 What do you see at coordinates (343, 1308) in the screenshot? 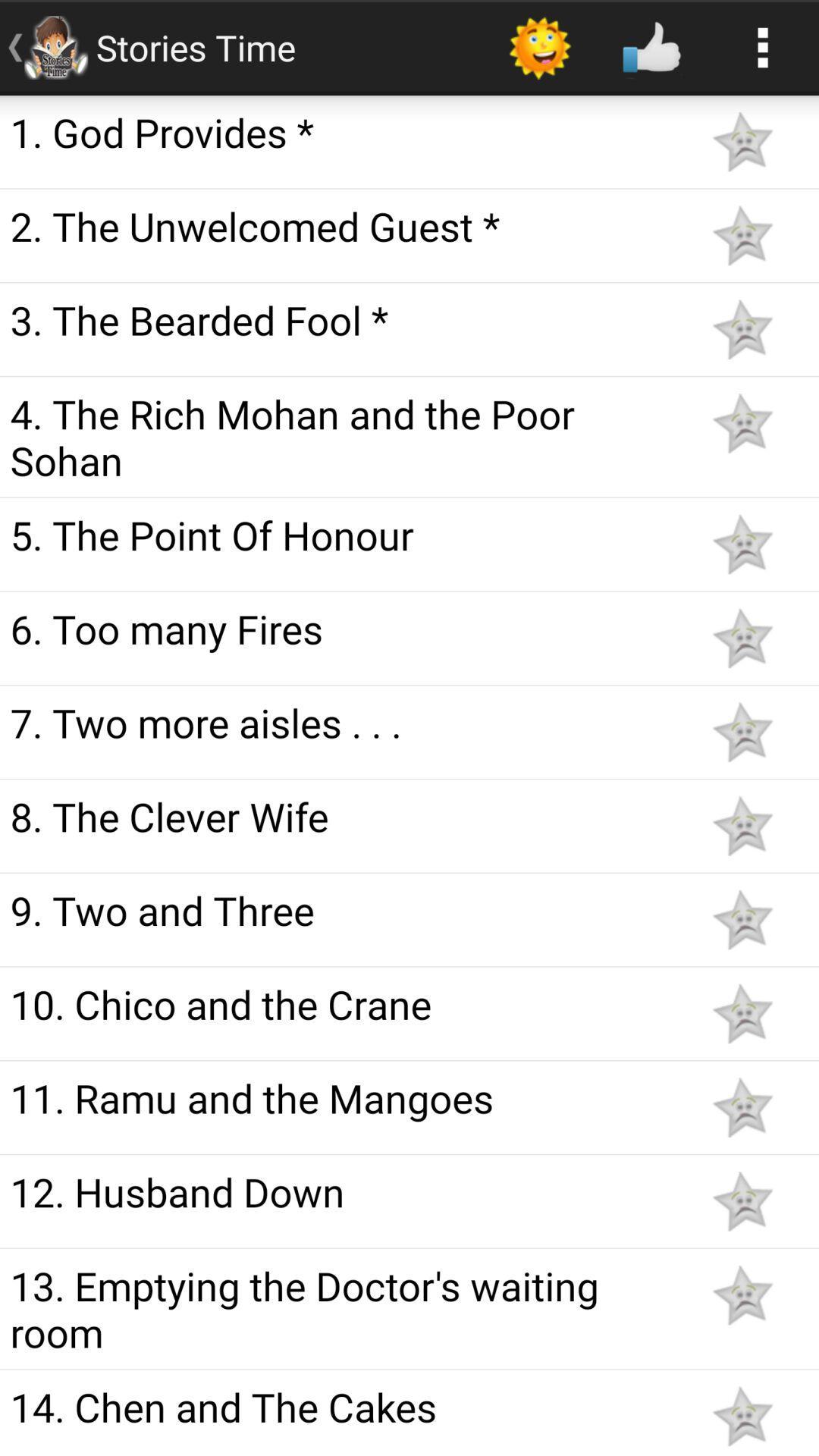
I see `the 13 emptying the item` at bounding box center [343, 1308].